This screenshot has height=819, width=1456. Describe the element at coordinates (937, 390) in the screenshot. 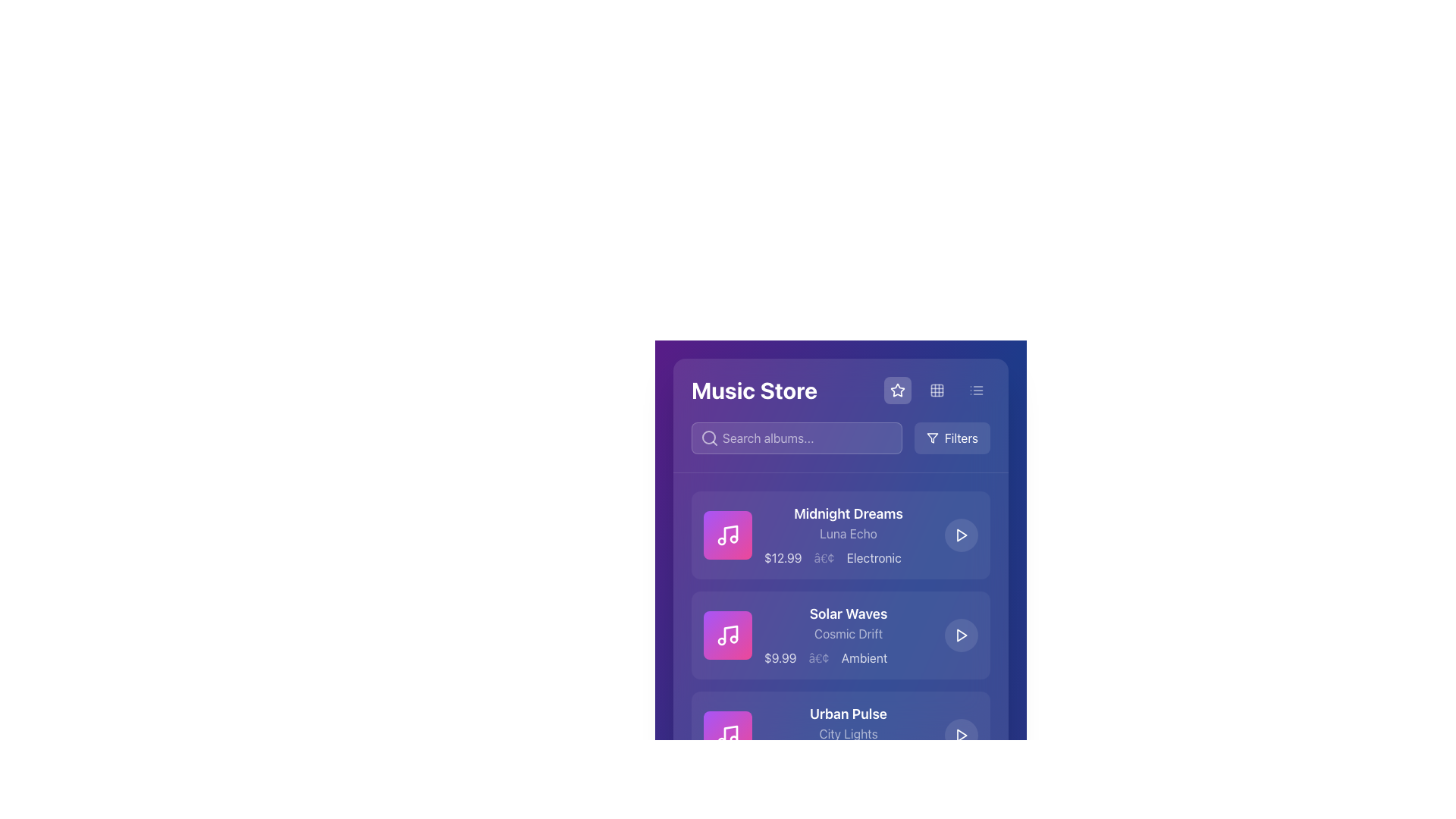

I see `the decorative grid icon located in the upper section of the interface, positioned to the right of the star icon and left of the menu button` at that location.